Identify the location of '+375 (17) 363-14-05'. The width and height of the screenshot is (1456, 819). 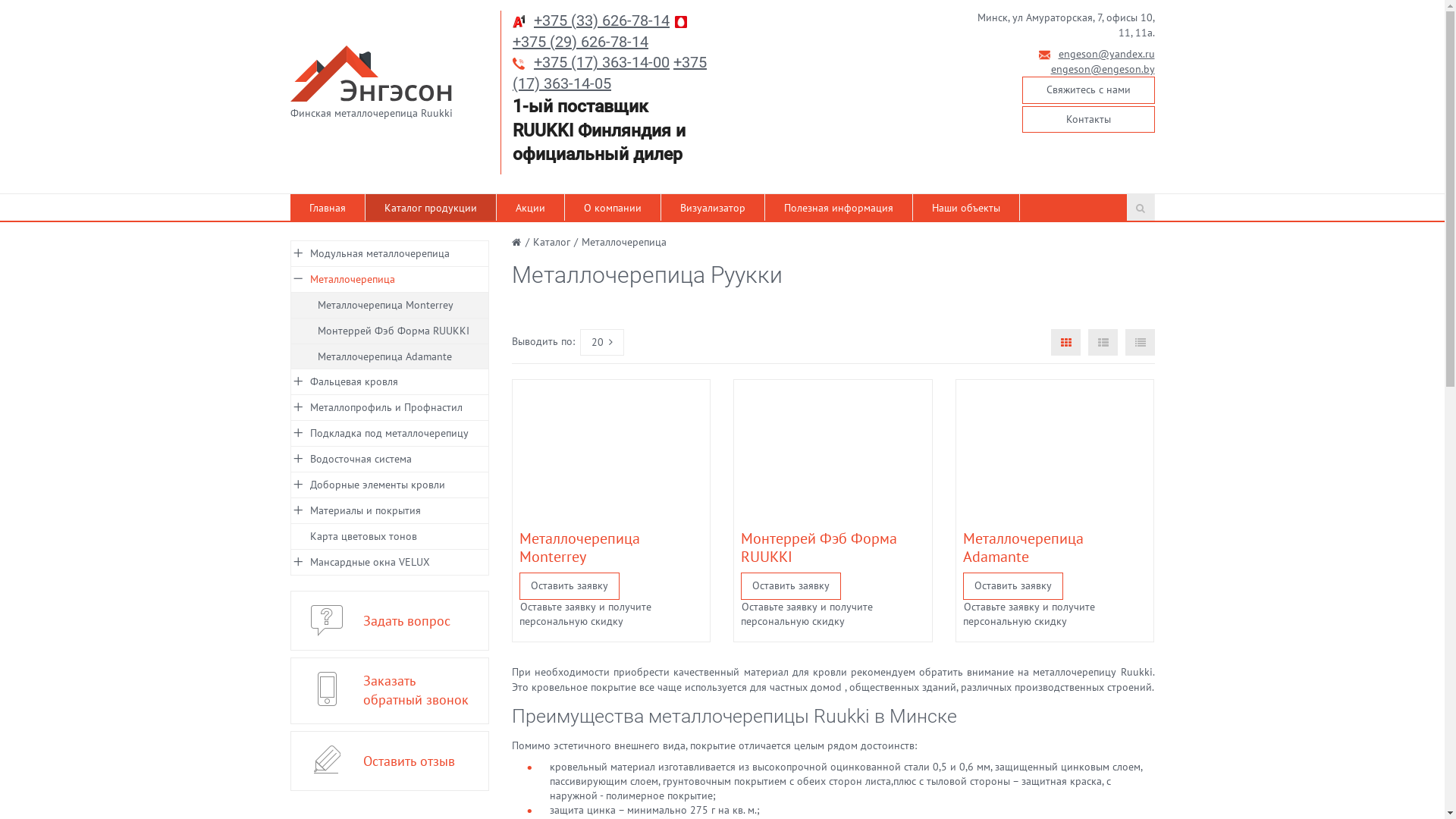
(513, 73).